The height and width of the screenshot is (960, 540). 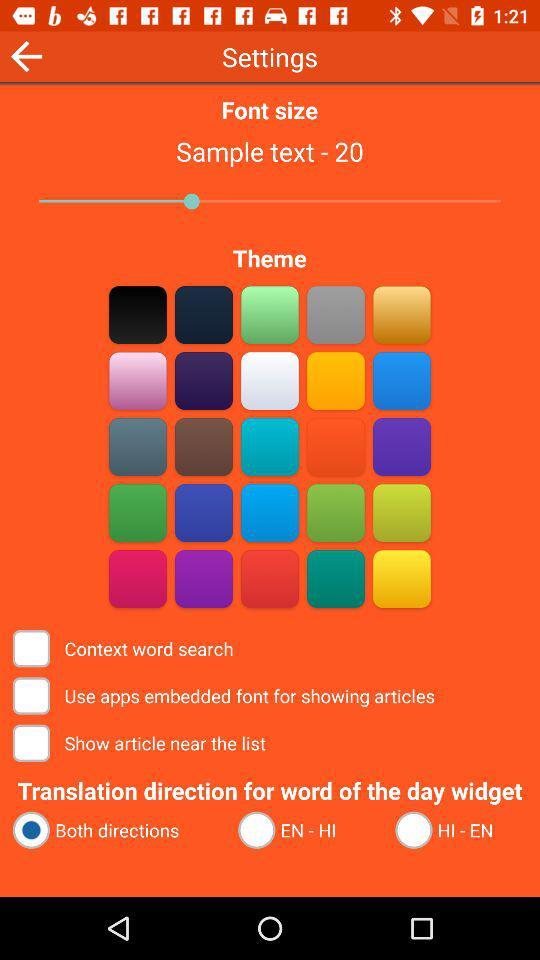 What do you see at coordinates (335, 446) in the screenshot?
I see `orange square button color theme option` at bounding box center [335, 446].